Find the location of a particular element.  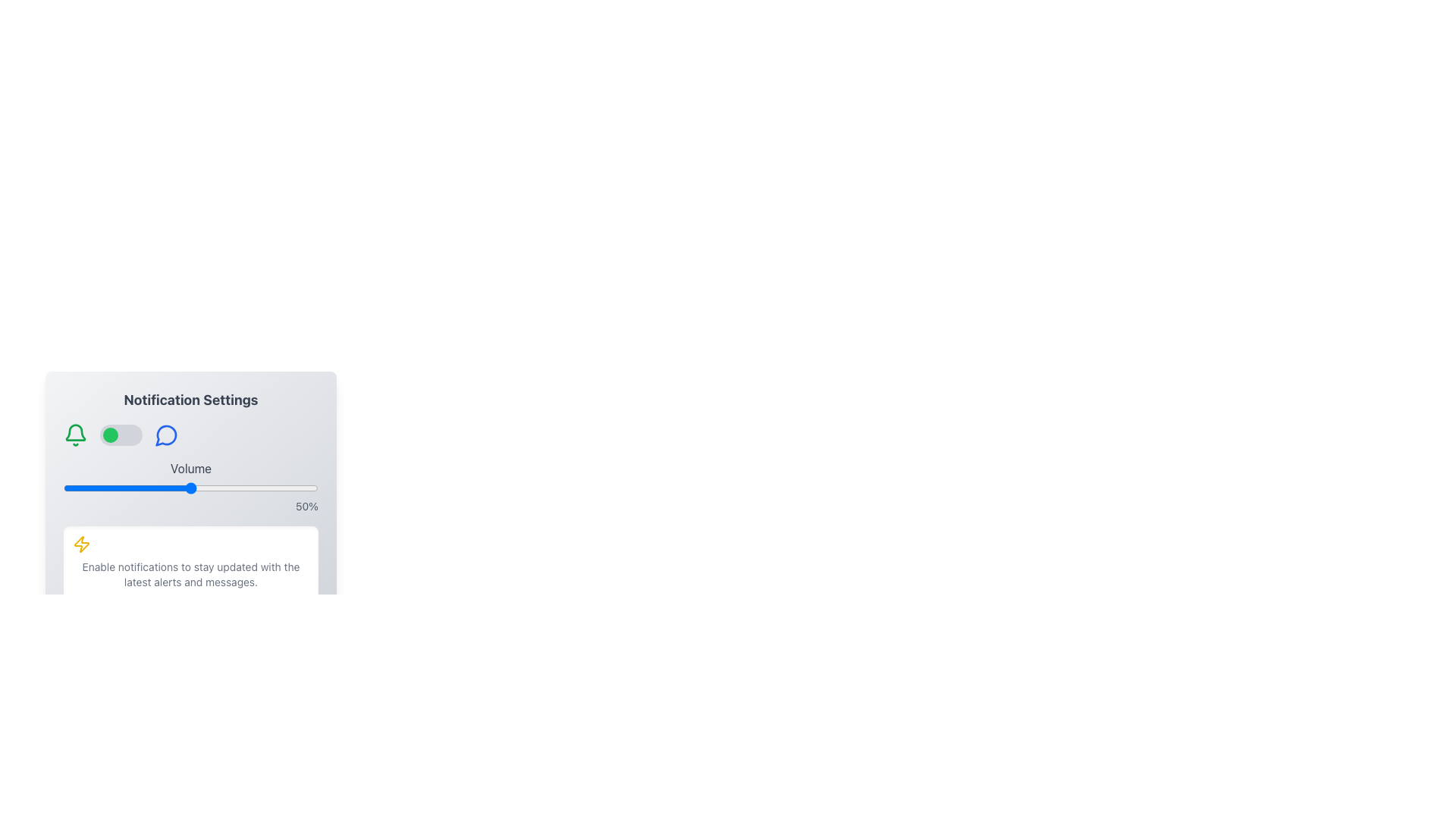

the volume is located at coordinates (282, 488).